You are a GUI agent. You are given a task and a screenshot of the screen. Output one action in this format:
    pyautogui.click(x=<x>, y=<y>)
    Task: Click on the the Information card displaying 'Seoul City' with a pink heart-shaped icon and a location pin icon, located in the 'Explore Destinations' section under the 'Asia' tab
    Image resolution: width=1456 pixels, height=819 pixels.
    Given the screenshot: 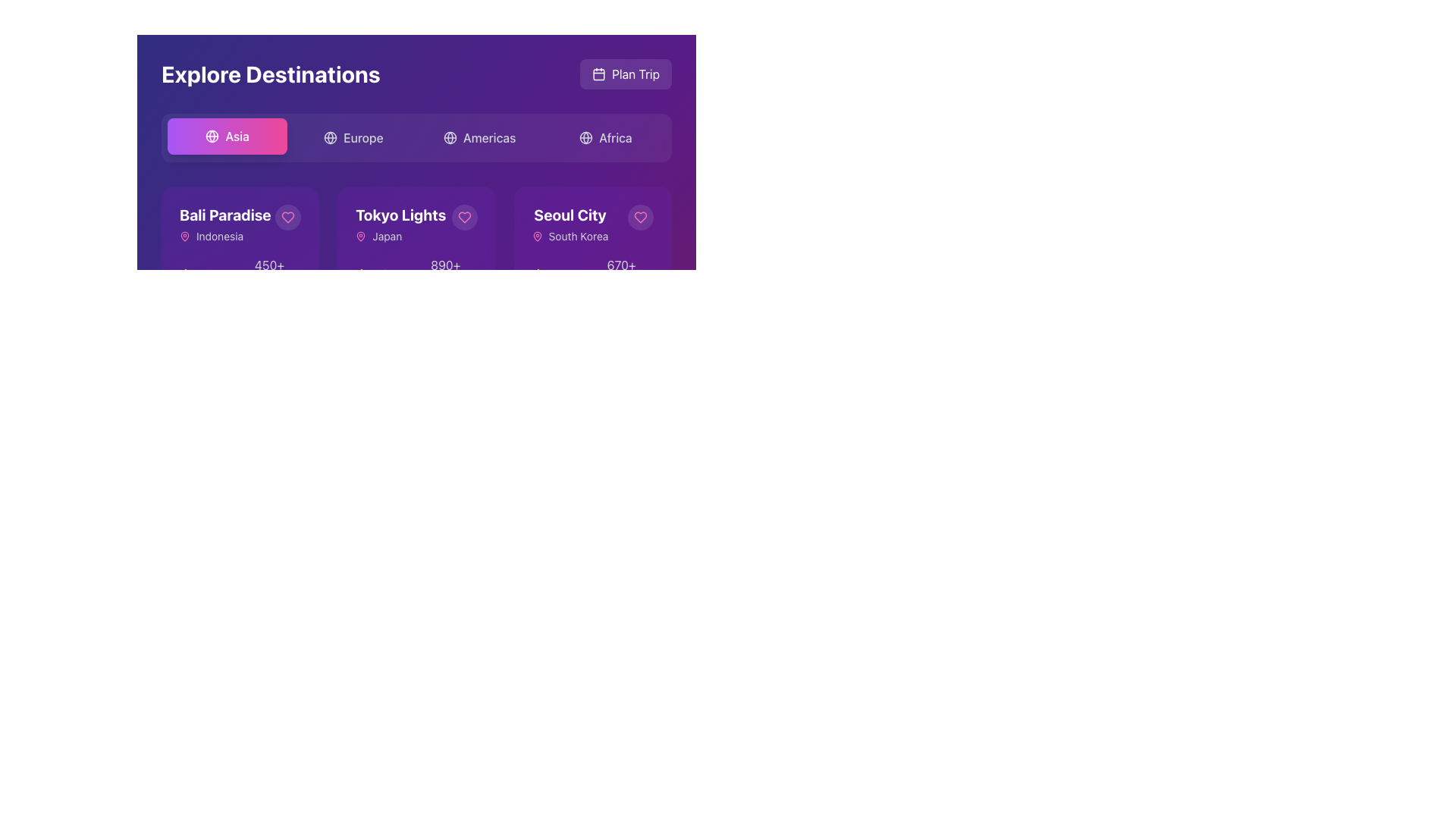 What is the action you would take?
    pyautogui.click(x=591, y=224)
    